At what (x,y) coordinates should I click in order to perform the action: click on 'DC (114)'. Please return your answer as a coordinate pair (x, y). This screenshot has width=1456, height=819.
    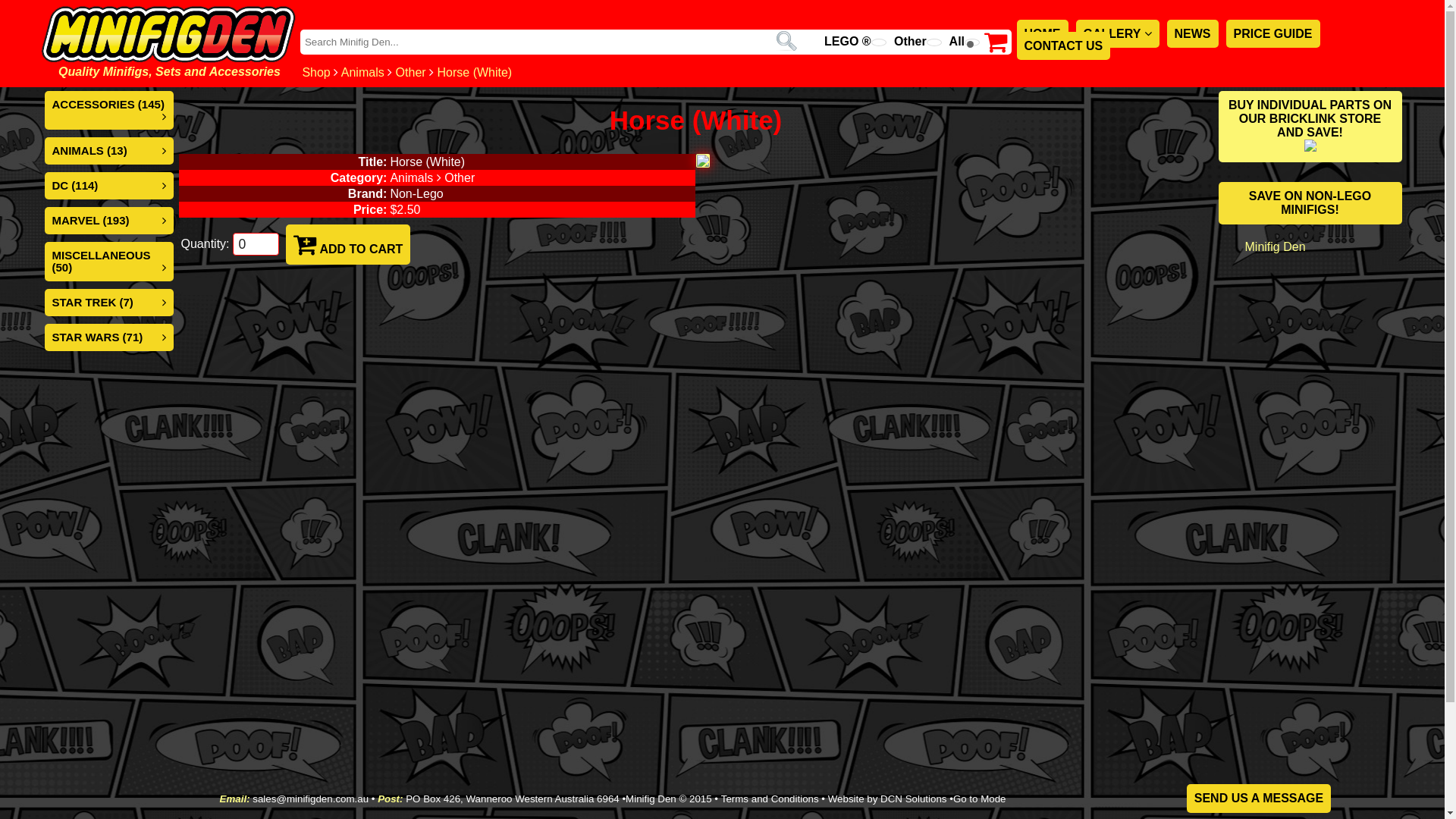
    Looking at the image, I should click on (74, 184).